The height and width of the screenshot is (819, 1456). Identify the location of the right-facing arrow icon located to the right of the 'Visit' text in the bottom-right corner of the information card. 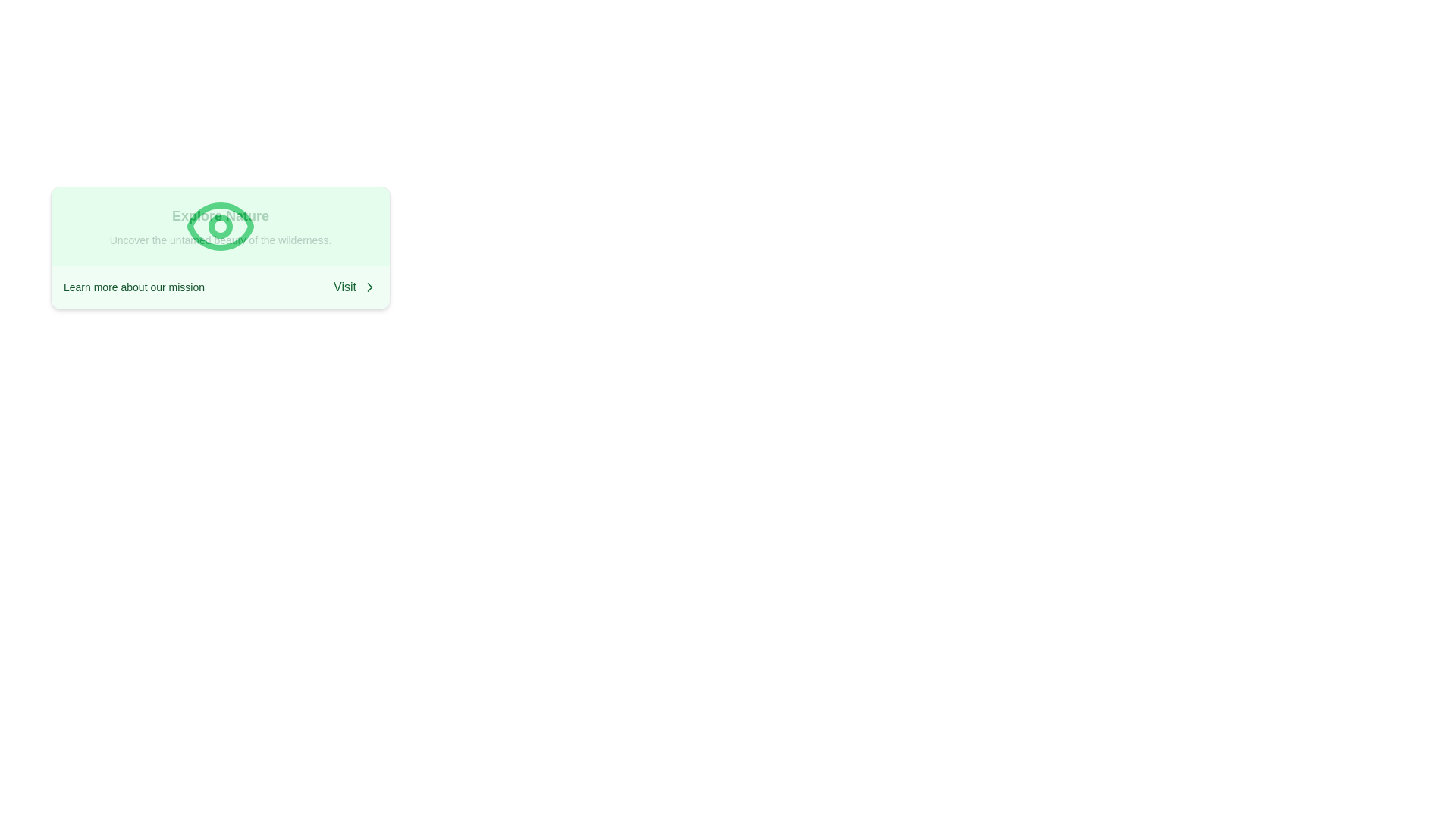
(370, 287).